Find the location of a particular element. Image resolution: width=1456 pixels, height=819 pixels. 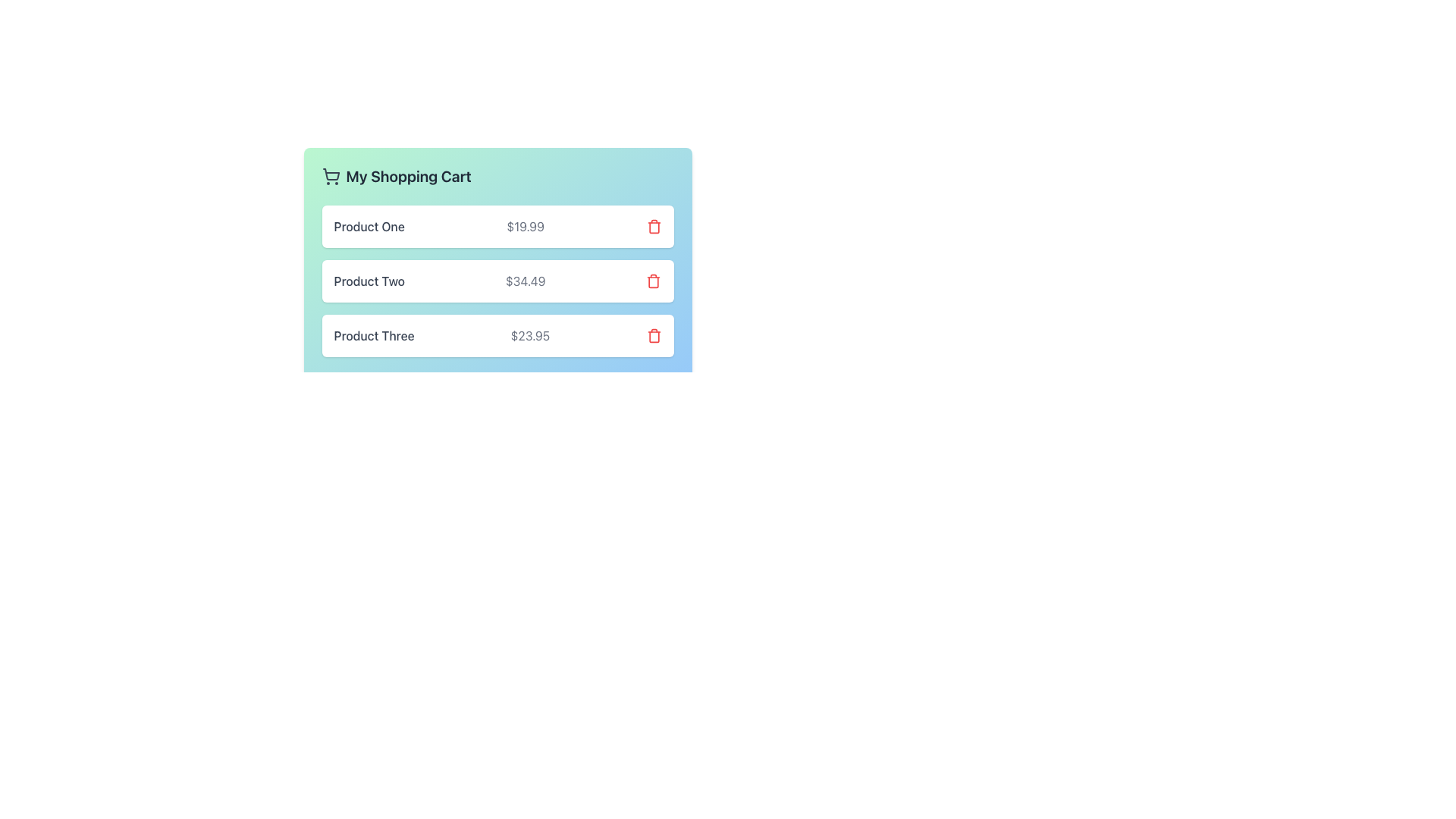

the middle segment of the trash can icon, which is outlined in red and represents the delete functionality, located to the right of 'Product Two' is located at coordinates (654, 282).